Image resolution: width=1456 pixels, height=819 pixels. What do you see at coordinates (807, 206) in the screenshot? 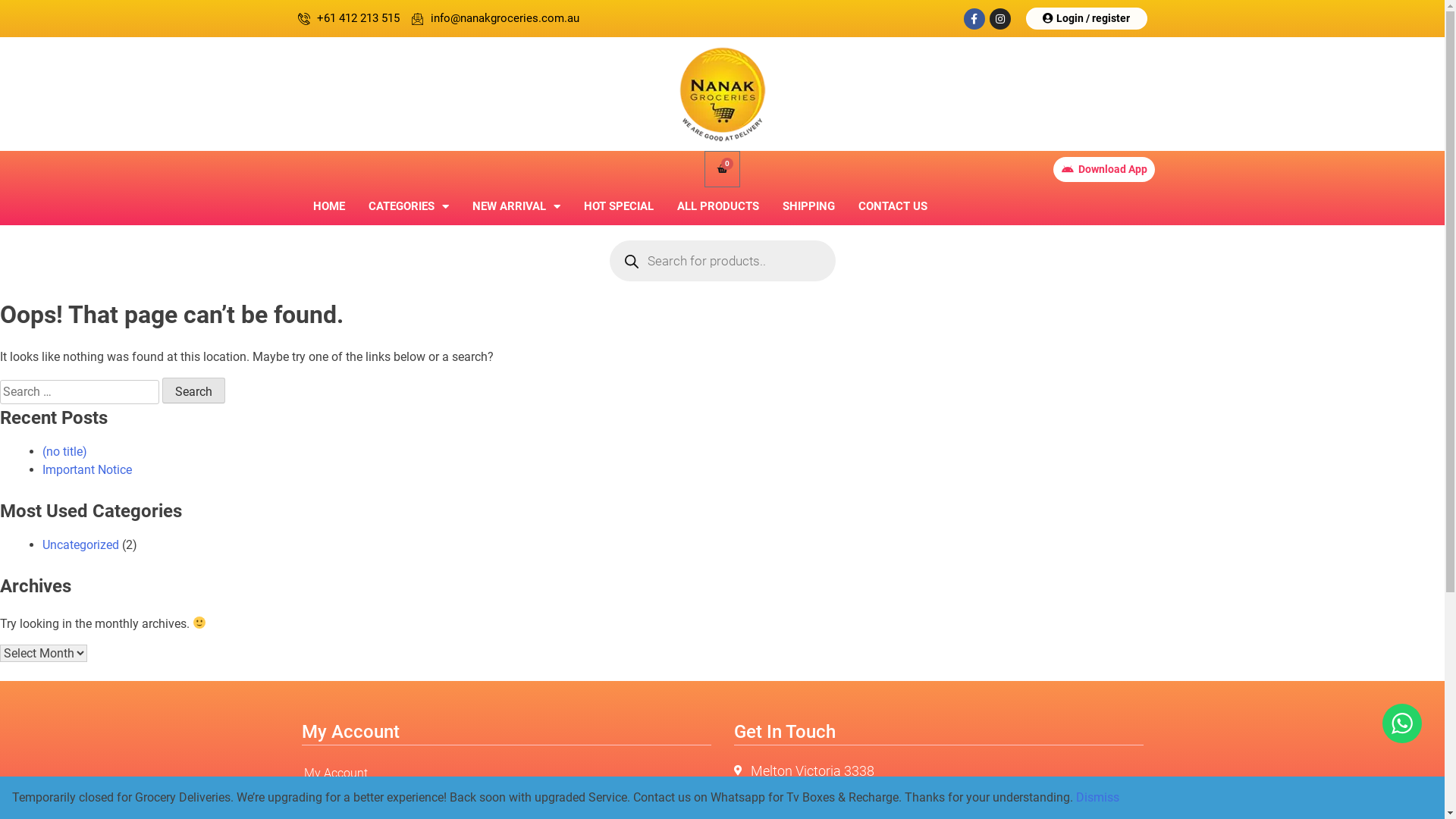
I see `'SHIPPING'` at bounding box center [807, 206].